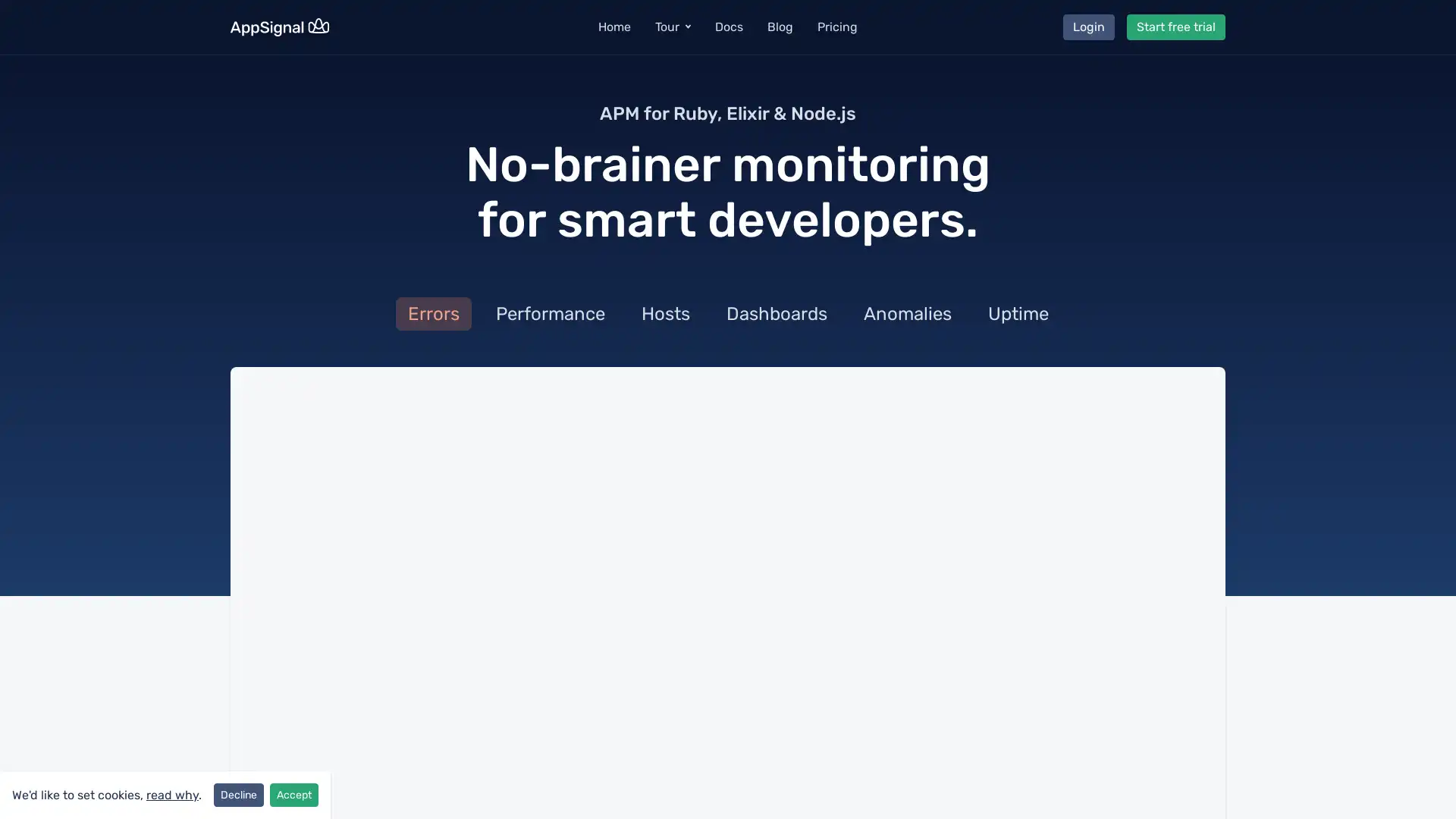 This screenshot has height=819, width=1456. Describe the element at coordinates (776, 312) in the screenshot. I see `Dashboards` at that location.